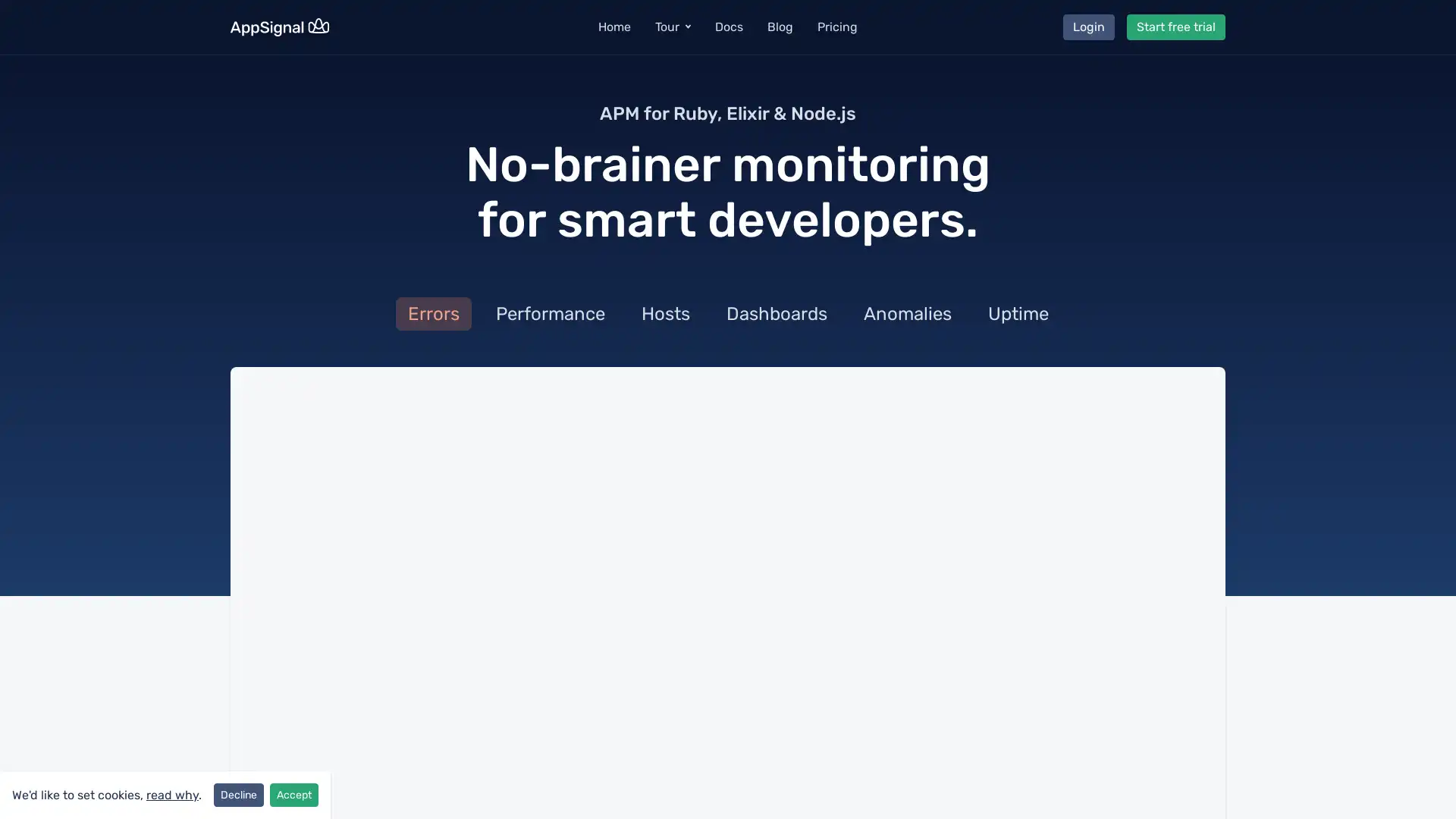 This screenshot has height=819, width=1456. Describe the element at coordinates (776, 312) in the screenshot. I see `Dashboards` at that location.